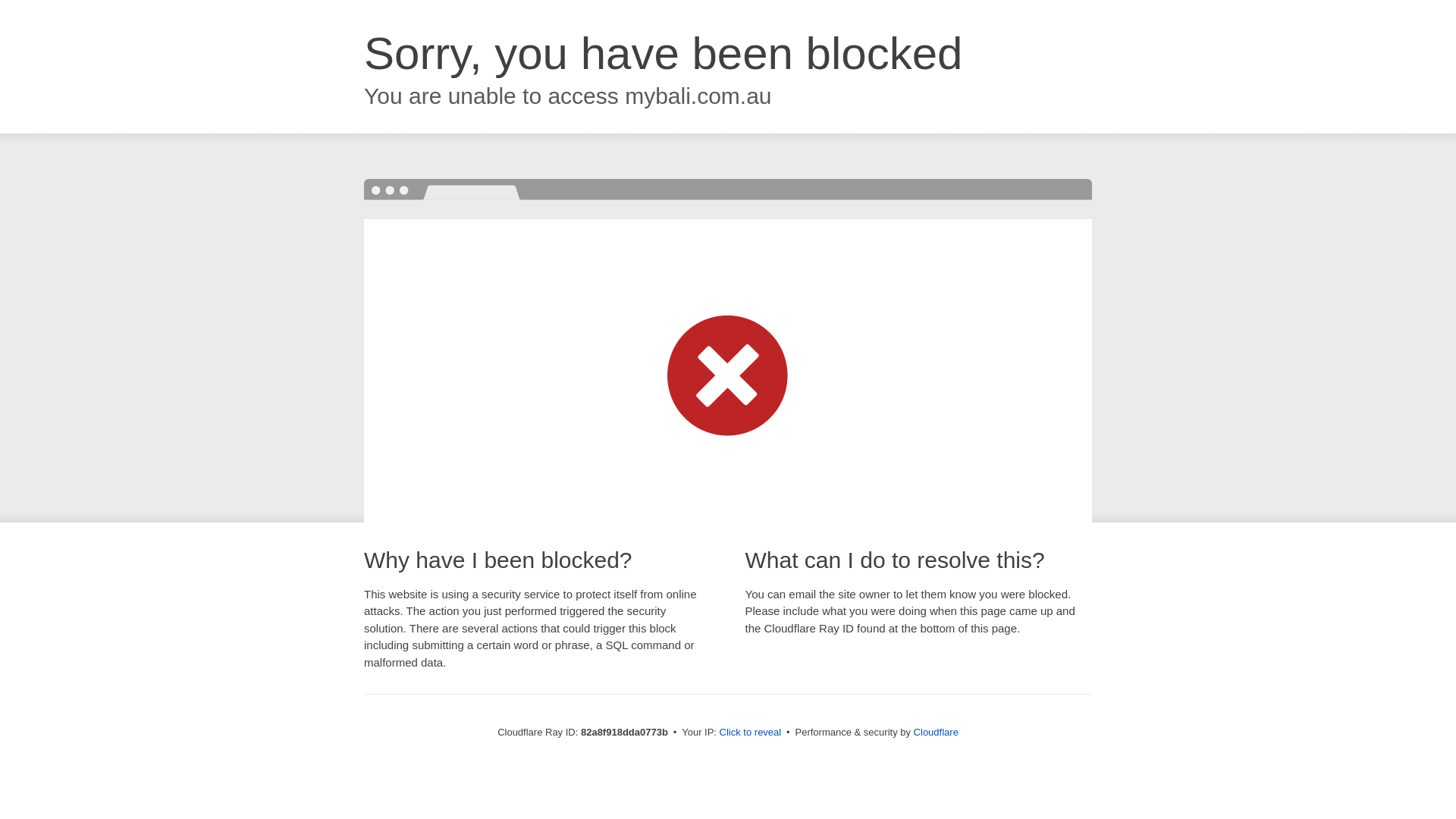 The height and width of the screenshot is (819, 1456). Describe the element at coordinates (935, 731) in the screenshot. I see `'Cloudflare'` at that location.